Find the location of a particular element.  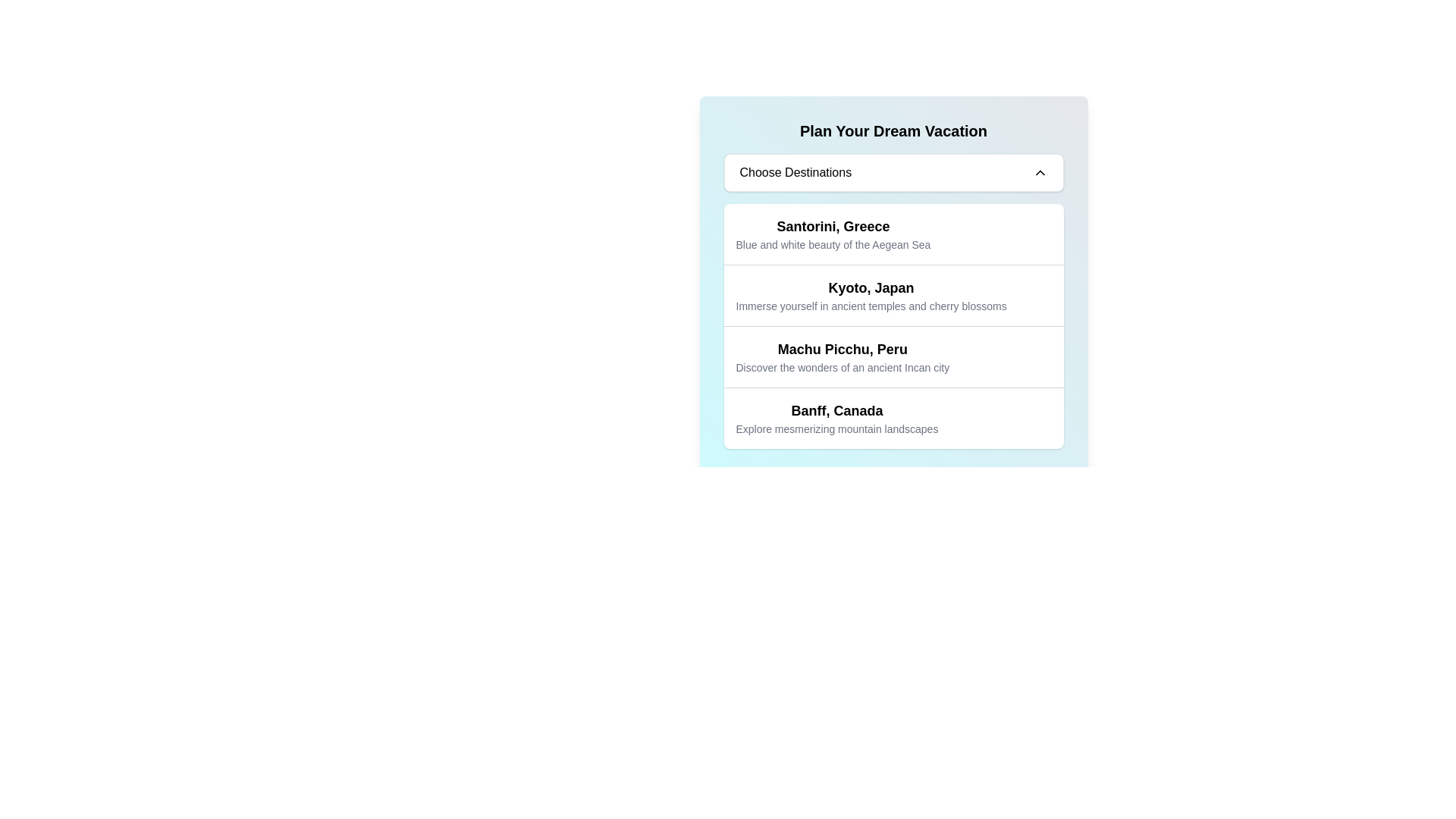

the text block that displays 'Banff, Canada' and the caption 'Explore mesmerizing mountain landscapes', which is the last item in the vacation destinations list is located at coordinates (836, 418).